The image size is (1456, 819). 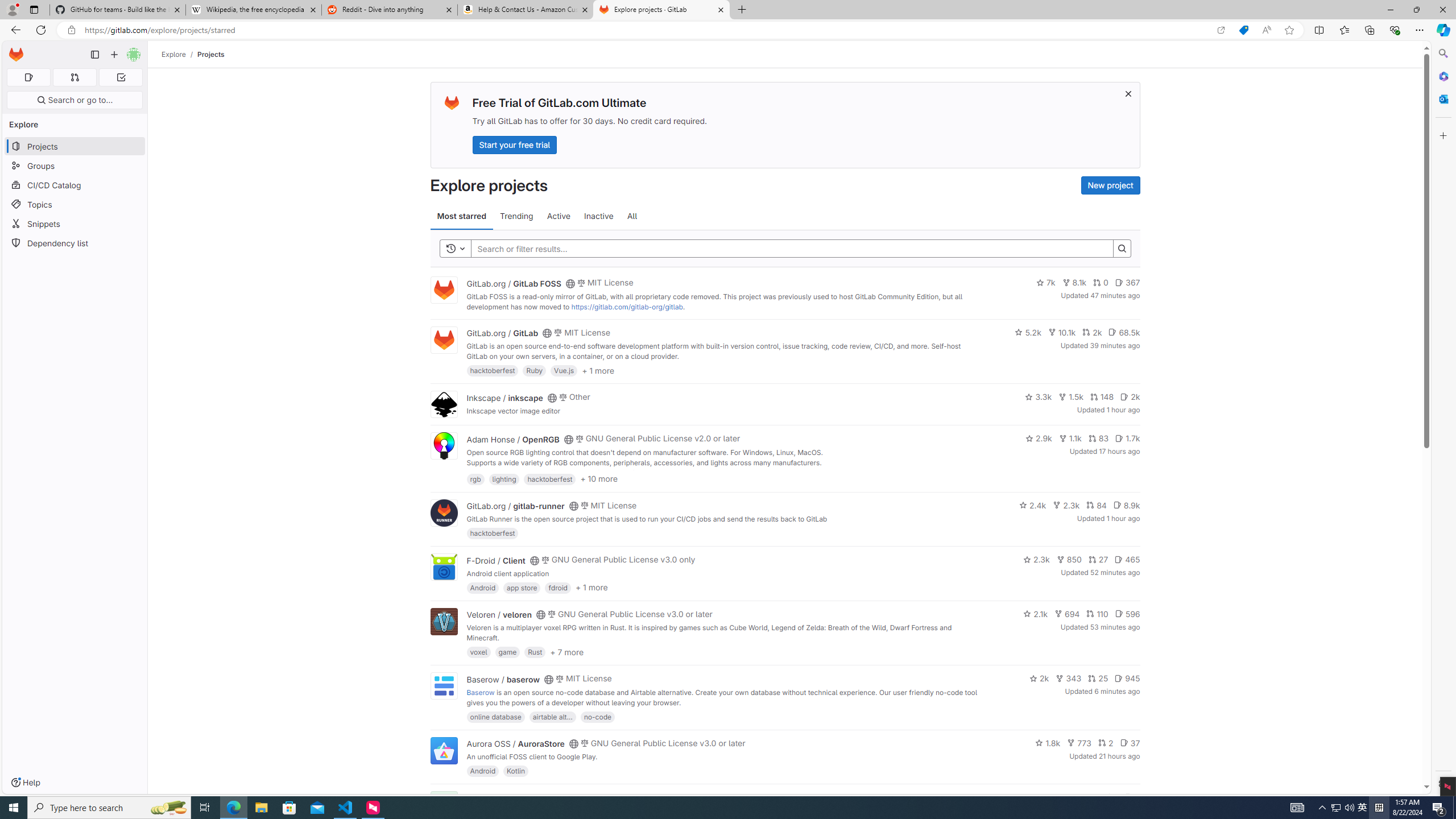 What do you see at coordinates (1106, 742) in the screenshot?
I see `'2'` at bounding box center [1106, 742].